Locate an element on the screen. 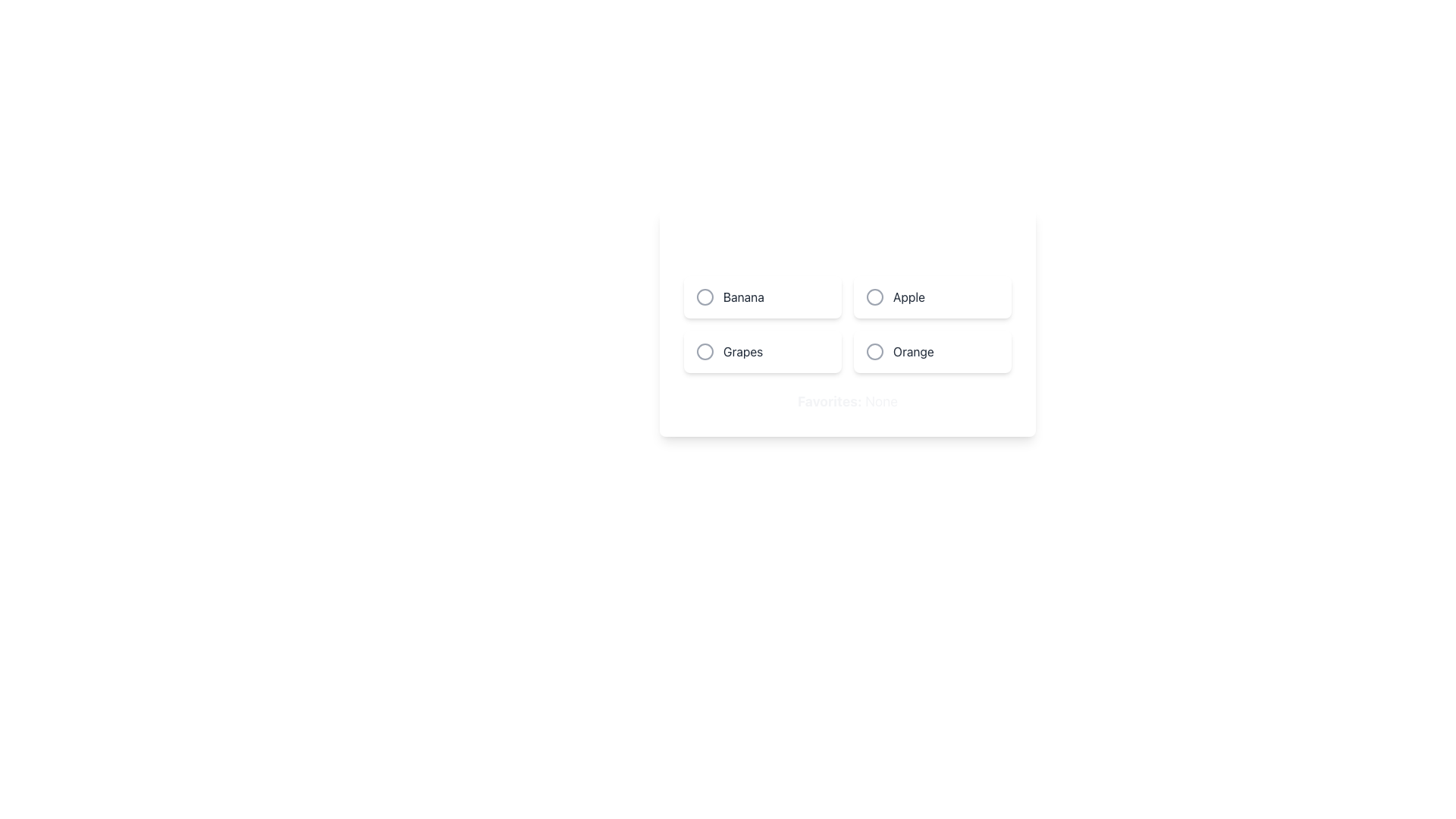 This screenshot has height=819, width=1456. the circular radio button indicator for the 'Apple' option is located at coordinates (874, 297).